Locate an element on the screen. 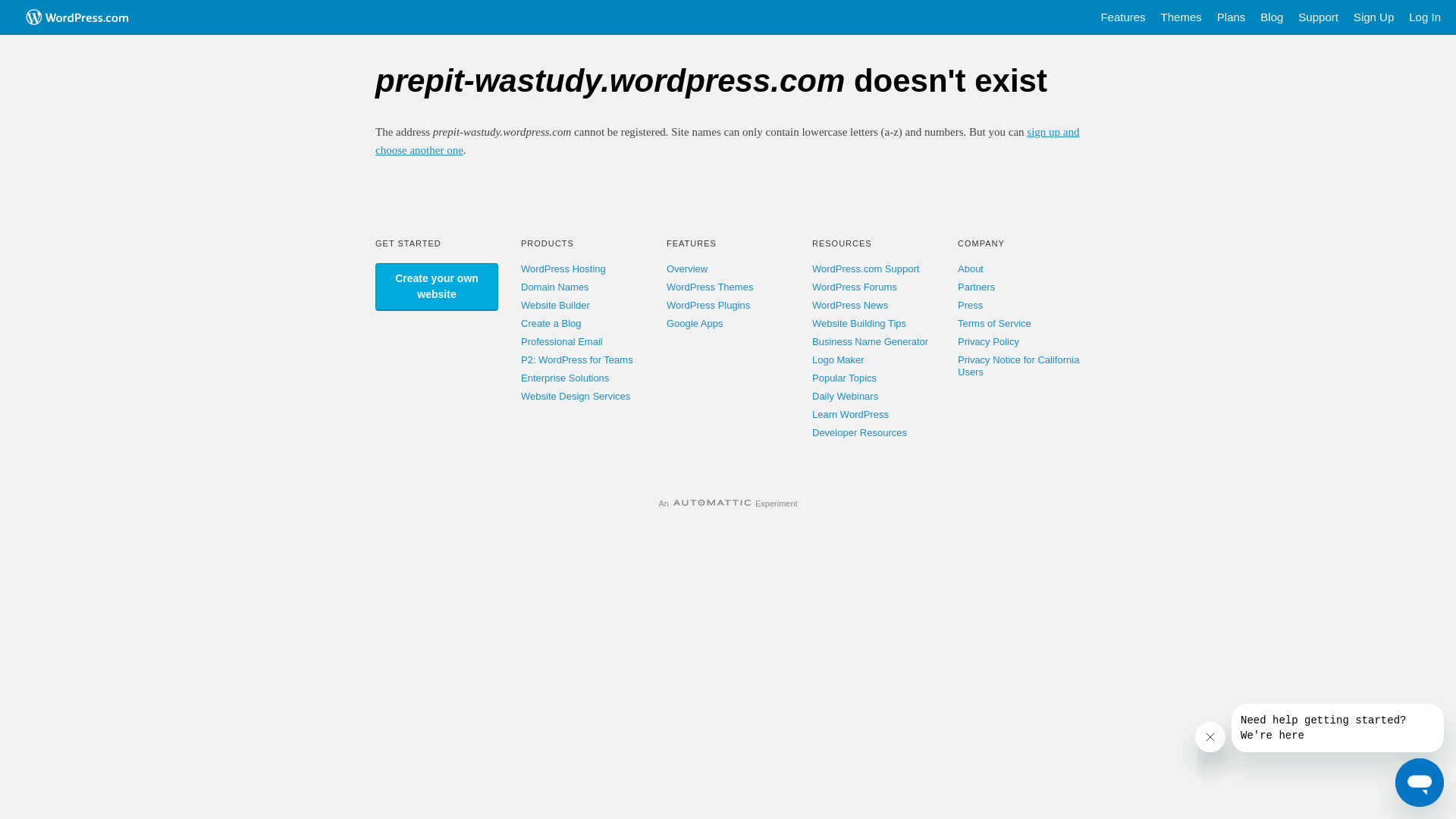 Image resolution: width=1456 pixels, height=819 pixels. 'WordPress Themes' is located at coordinates (666, 287).